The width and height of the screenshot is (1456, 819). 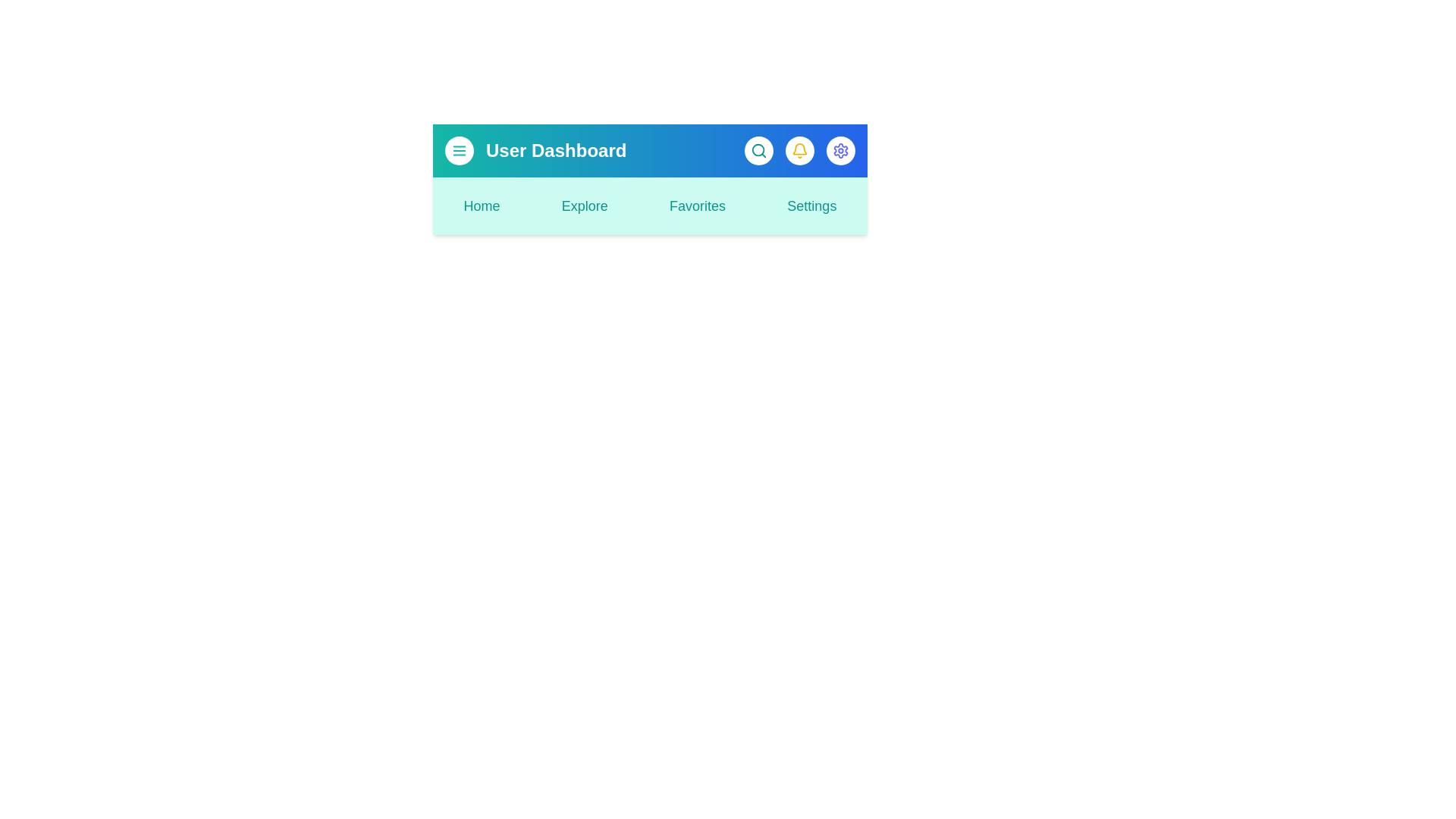 What do you see at coordinates (811, 206) in the screenshot?
I see `the navigation link corresponding to Settings` at bounding box center [811, 206].